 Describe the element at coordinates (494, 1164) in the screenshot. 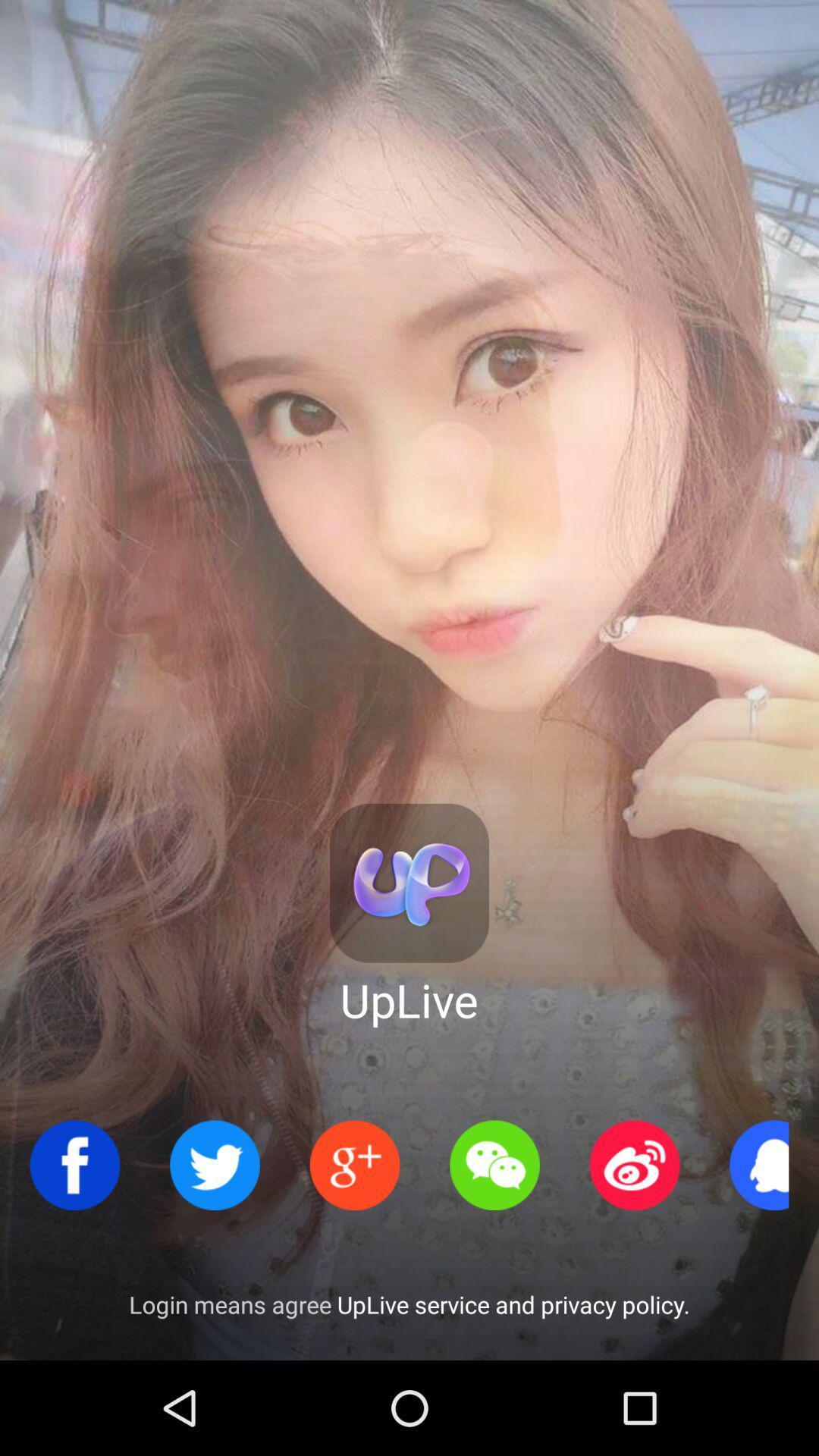

I see `the chat icon` at that location.